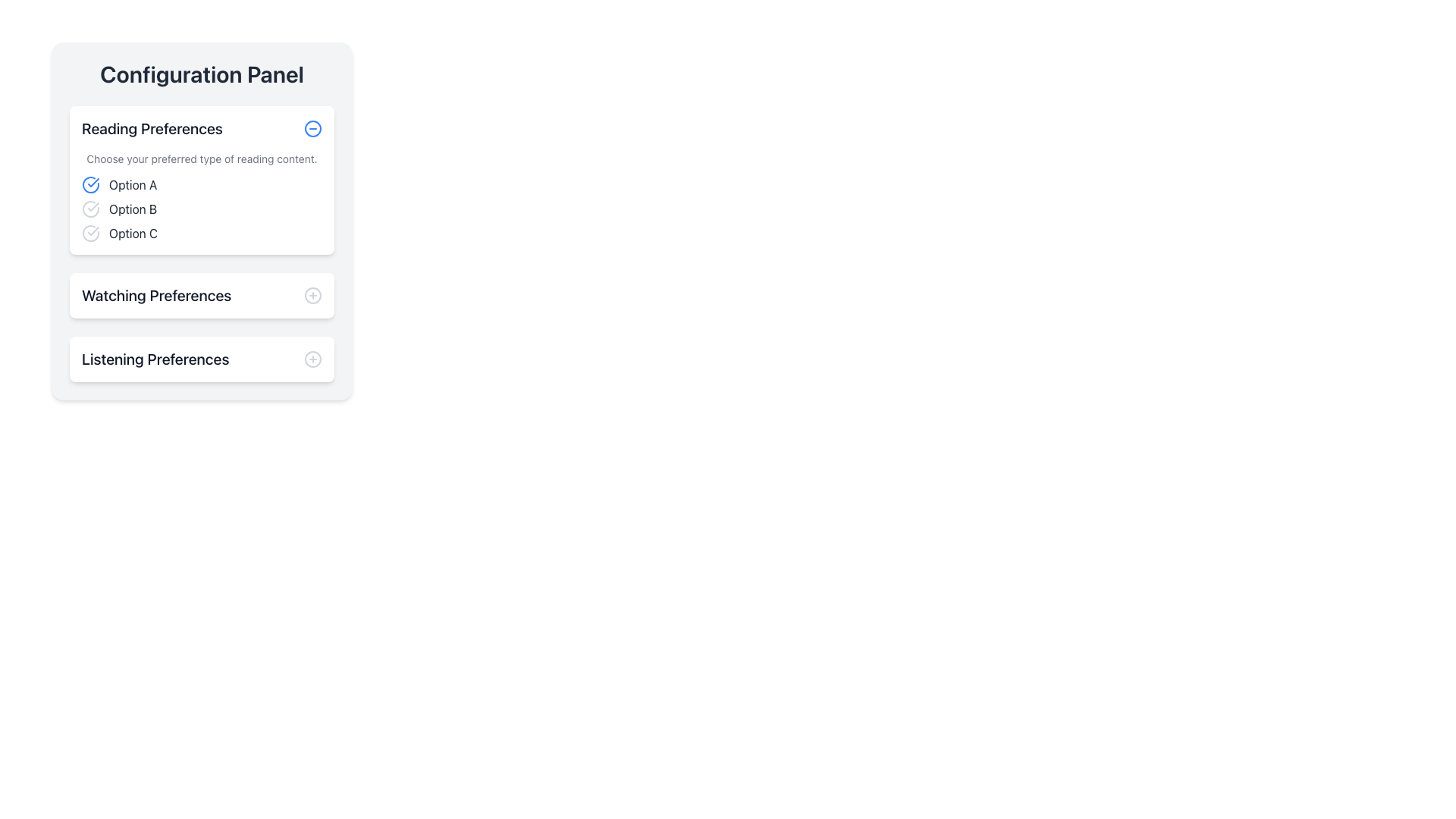 This screenshot has height=819, width=1456. Describe the element at coordinates (201, 359) in the screenshot. I see `the 'Listening Preferences' button, which features a '+' icon for additional configuration options` at that location.